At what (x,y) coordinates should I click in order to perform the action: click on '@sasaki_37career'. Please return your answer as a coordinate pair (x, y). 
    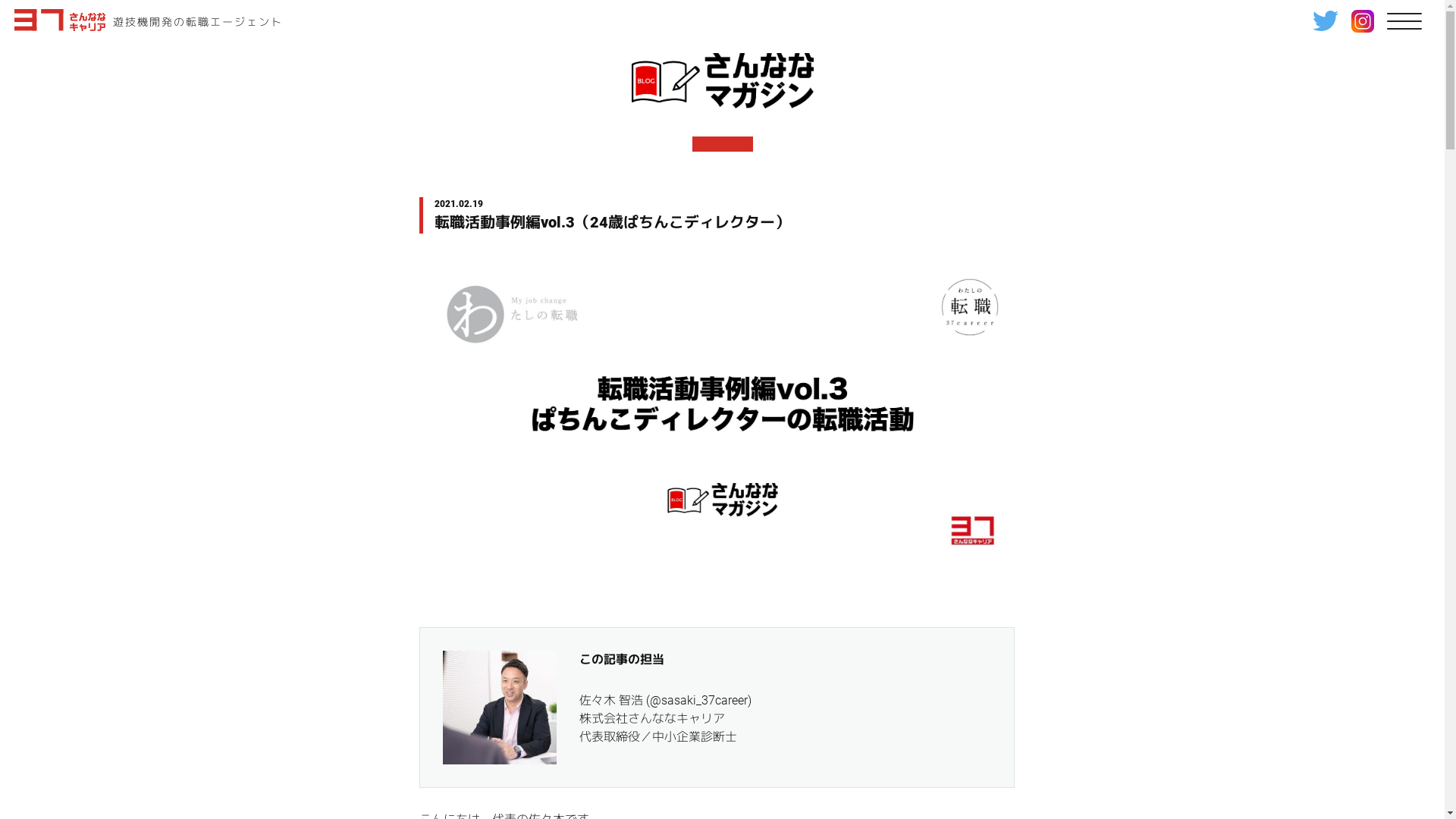
    Looking at the image, I should click on (648, 700).